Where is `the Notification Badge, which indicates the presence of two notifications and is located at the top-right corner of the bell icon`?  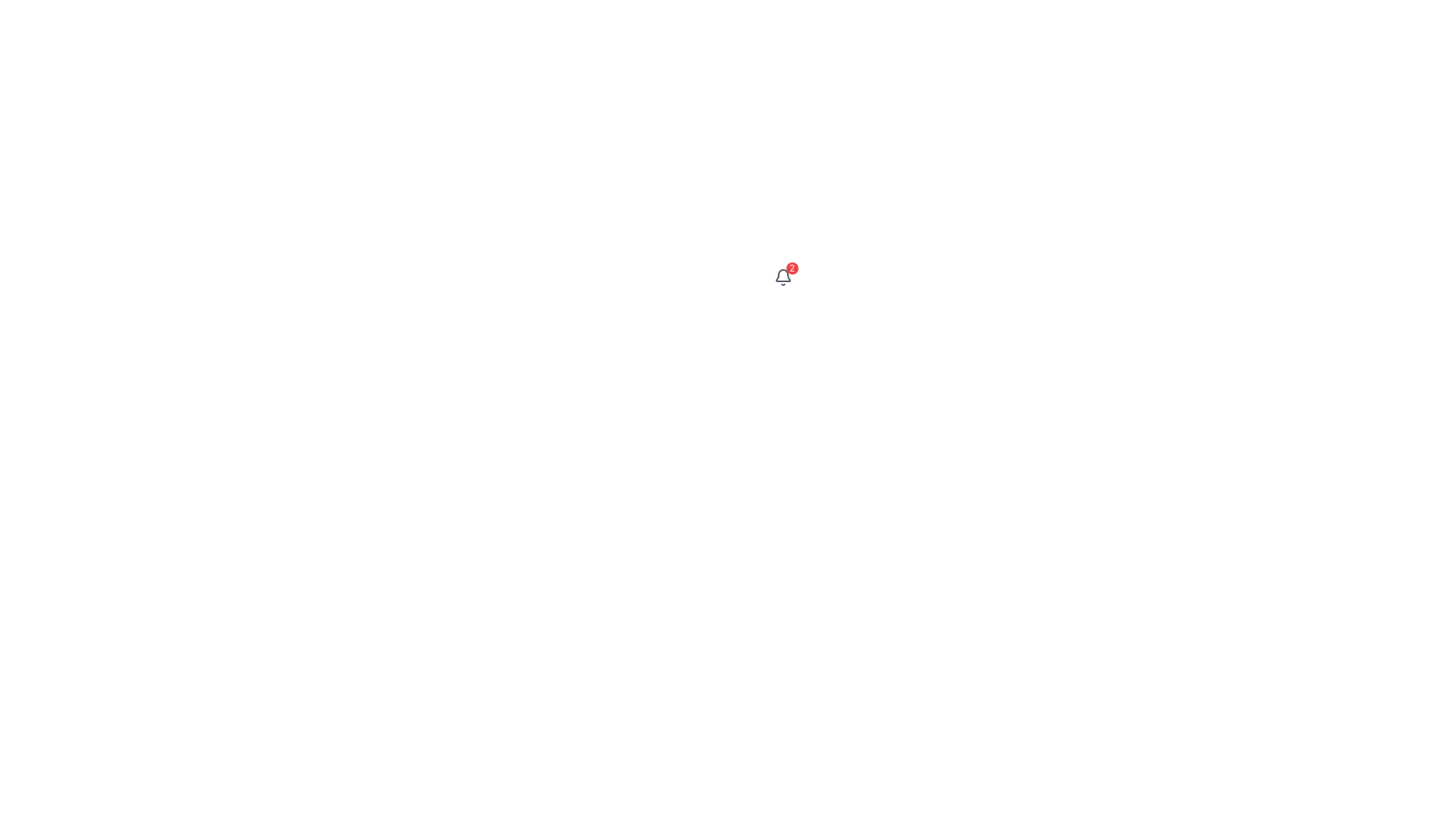 the Notification Badge, which indicates the presence of two notifications and is located at the top-right corner of the bell icon is located at coordinates (783, 278).